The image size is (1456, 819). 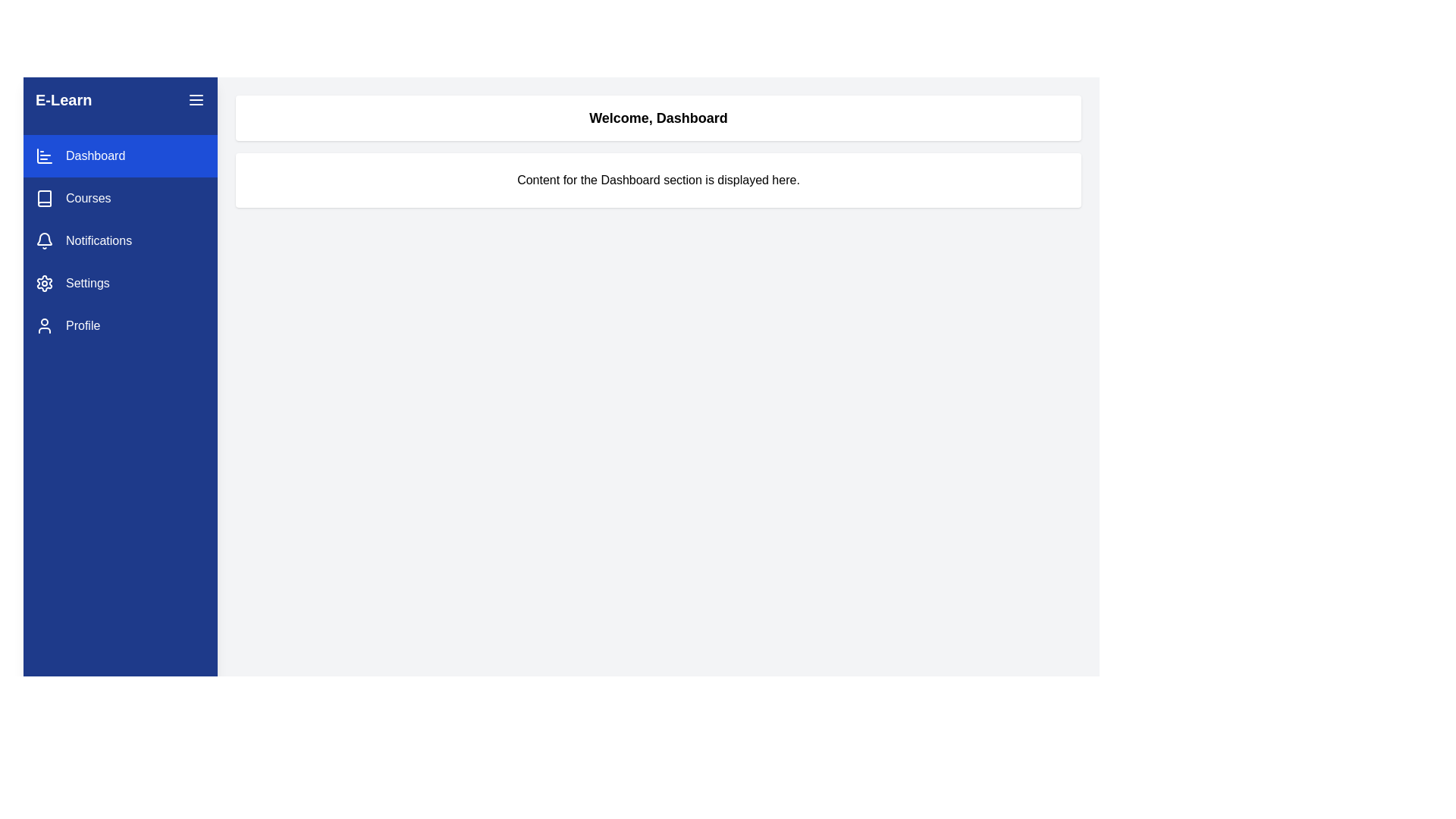 I want to click on the static text block that displays 'Welcome, Dashboard.' It is a rectangular area with centered bold text, located at the top of the main content area, so click(x=658, y=117).